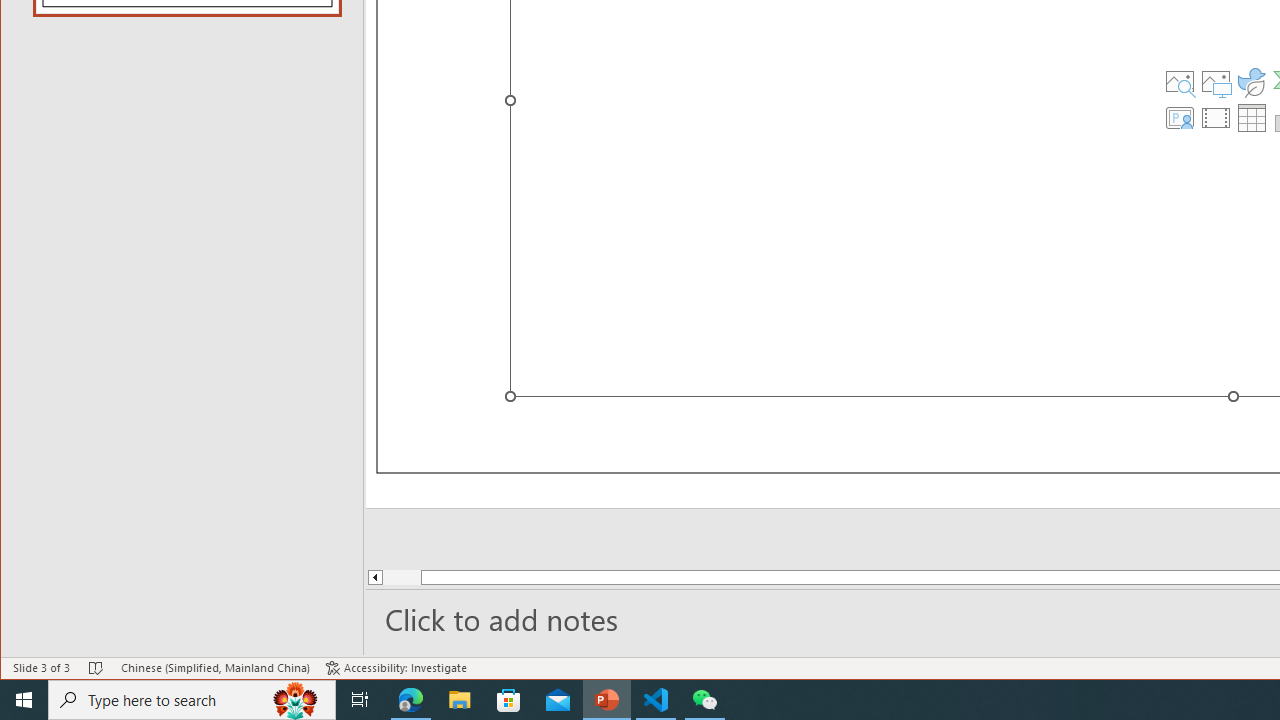 This screenshot has width=1280, height=720. I want to click on 'Spell Check No Errors', so click(95, 668).